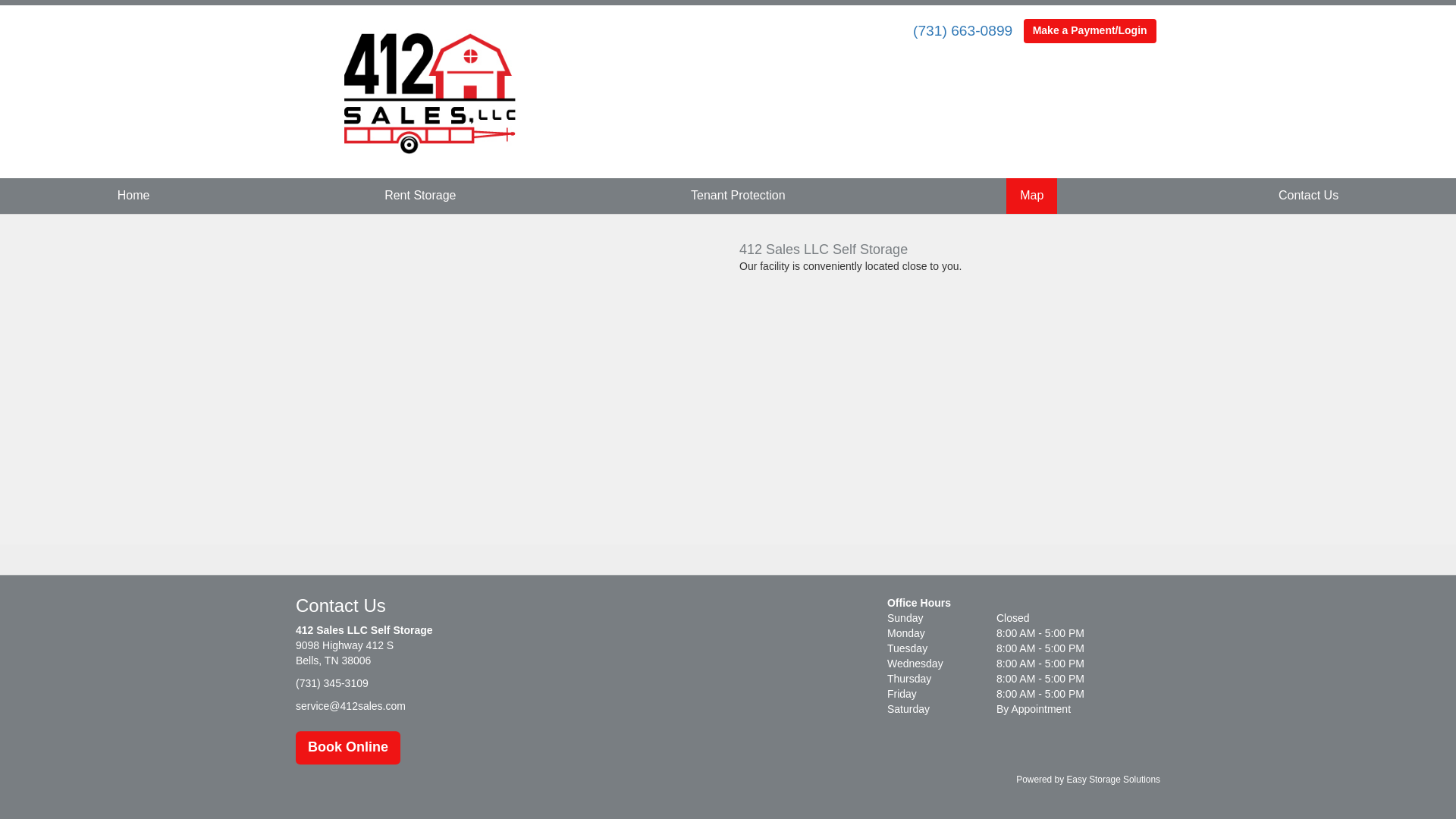 The image size is (1456, 819). Describe the element at coordinates (962, 30) in the screenshot. I see `'(731) 663-0899'` at that location.